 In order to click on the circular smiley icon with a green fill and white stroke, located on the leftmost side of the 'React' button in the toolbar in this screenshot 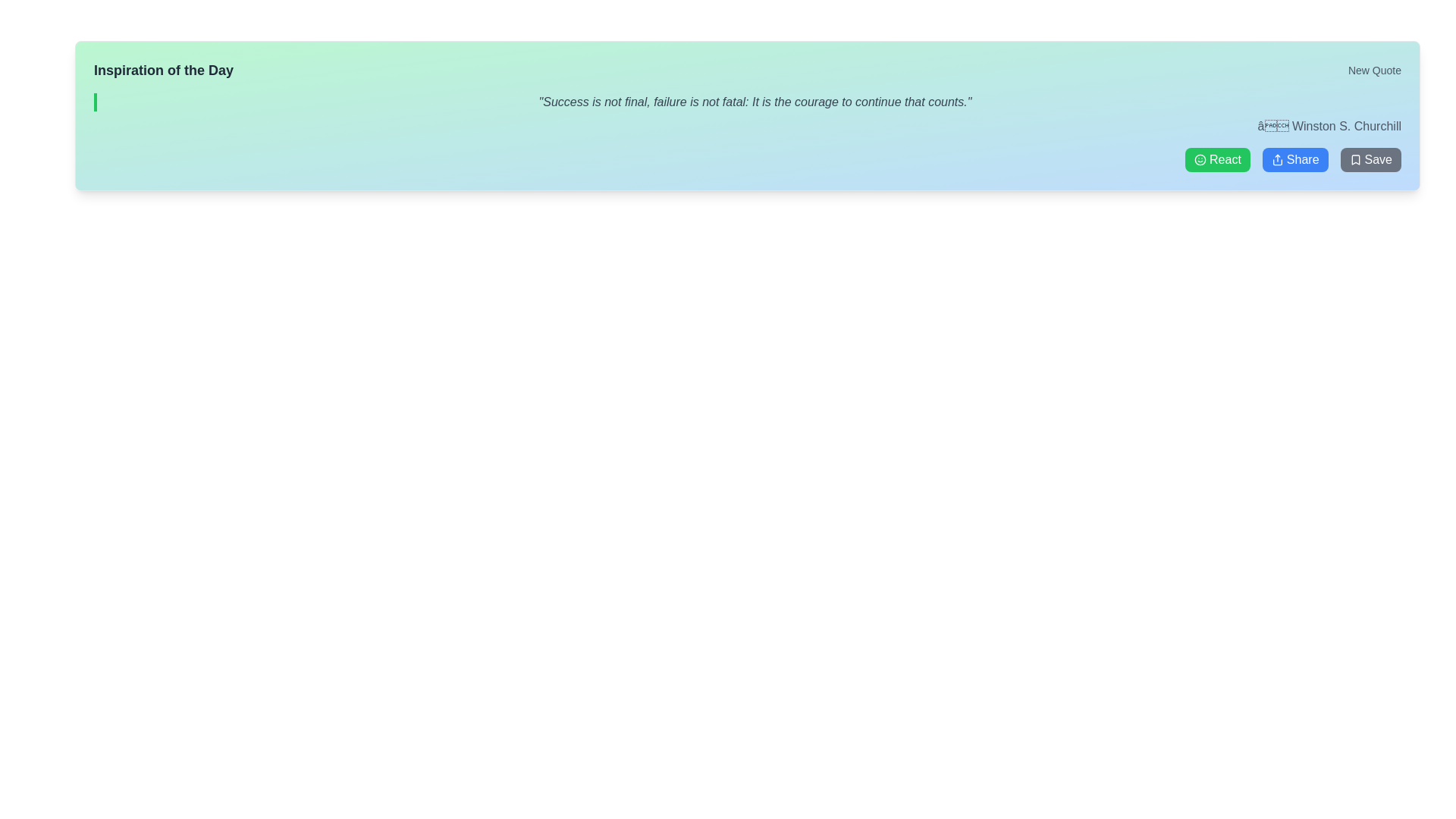, I will do `click(1200, 160)`.